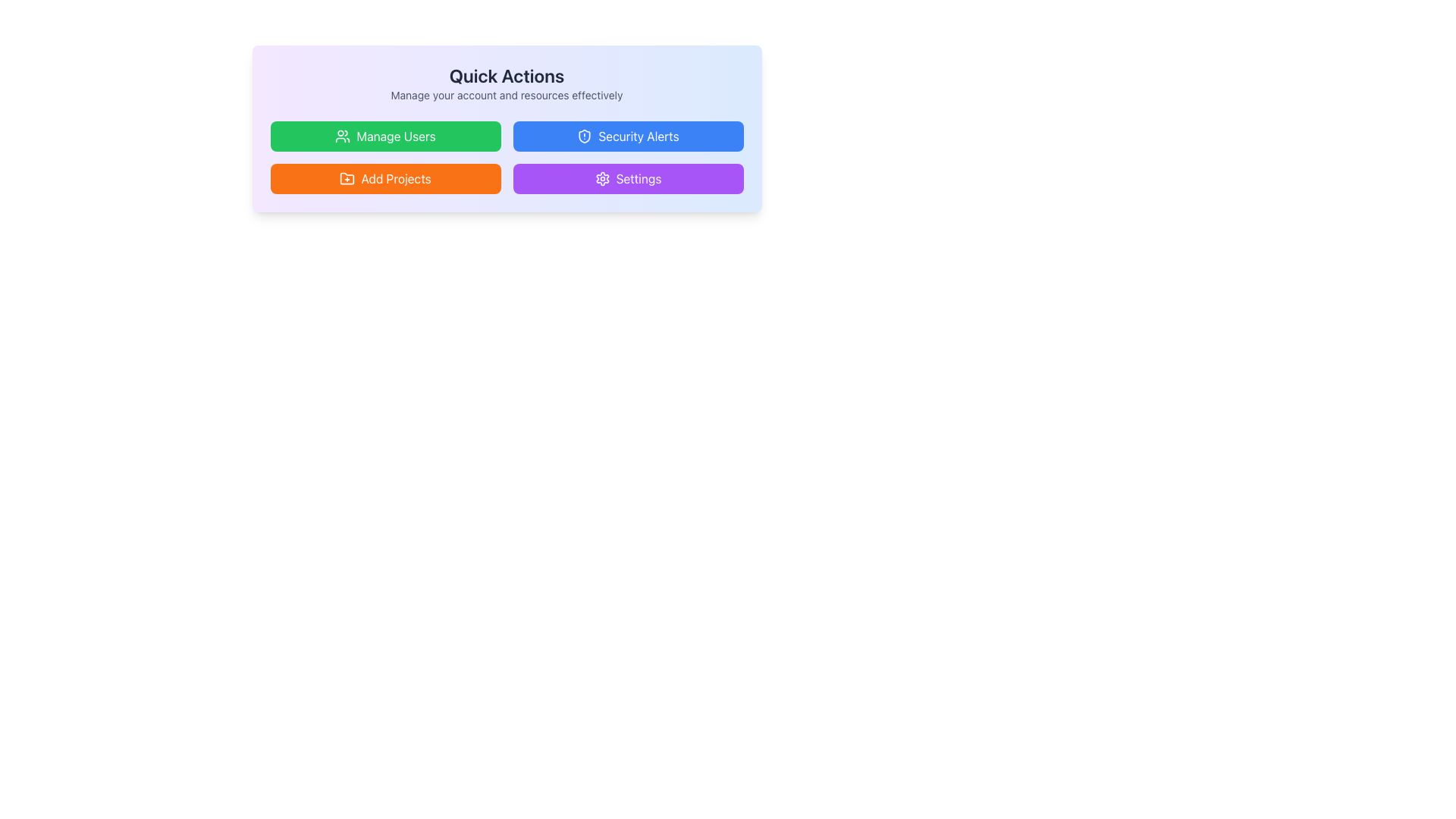  What do you see at coordinates (385, 136) in the screenshot?
I see `the 'Manage Users' button, which is a green button with white text and an icon of two user figures, located in the top-left position of the action button grid` at bounding box center [385, 136].